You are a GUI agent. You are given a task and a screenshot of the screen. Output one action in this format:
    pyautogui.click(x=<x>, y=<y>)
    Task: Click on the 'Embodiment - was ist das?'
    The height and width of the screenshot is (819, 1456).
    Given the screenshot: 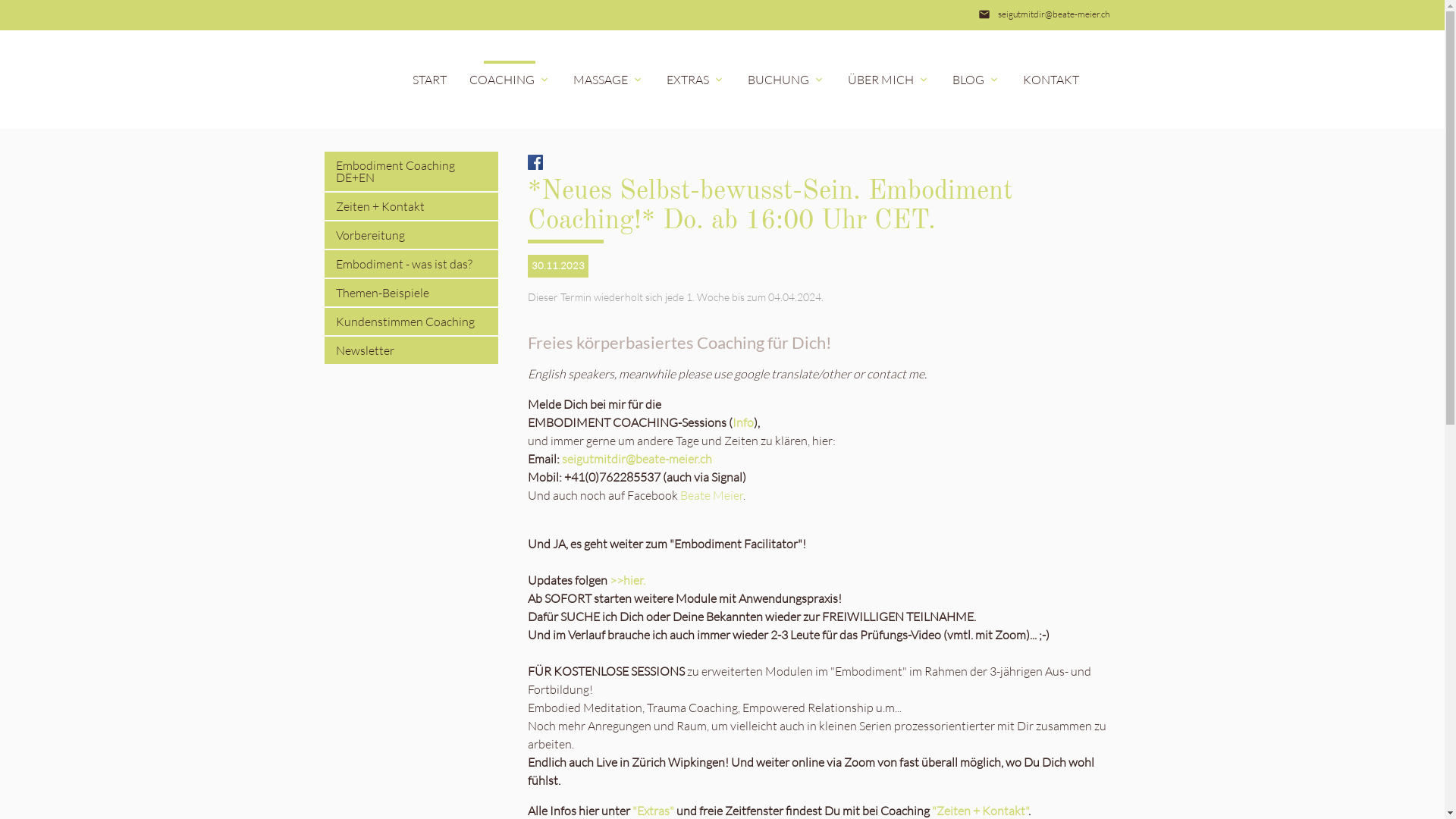 What is the action you would take?
    pyautogui.click(x=411, y=262)
    